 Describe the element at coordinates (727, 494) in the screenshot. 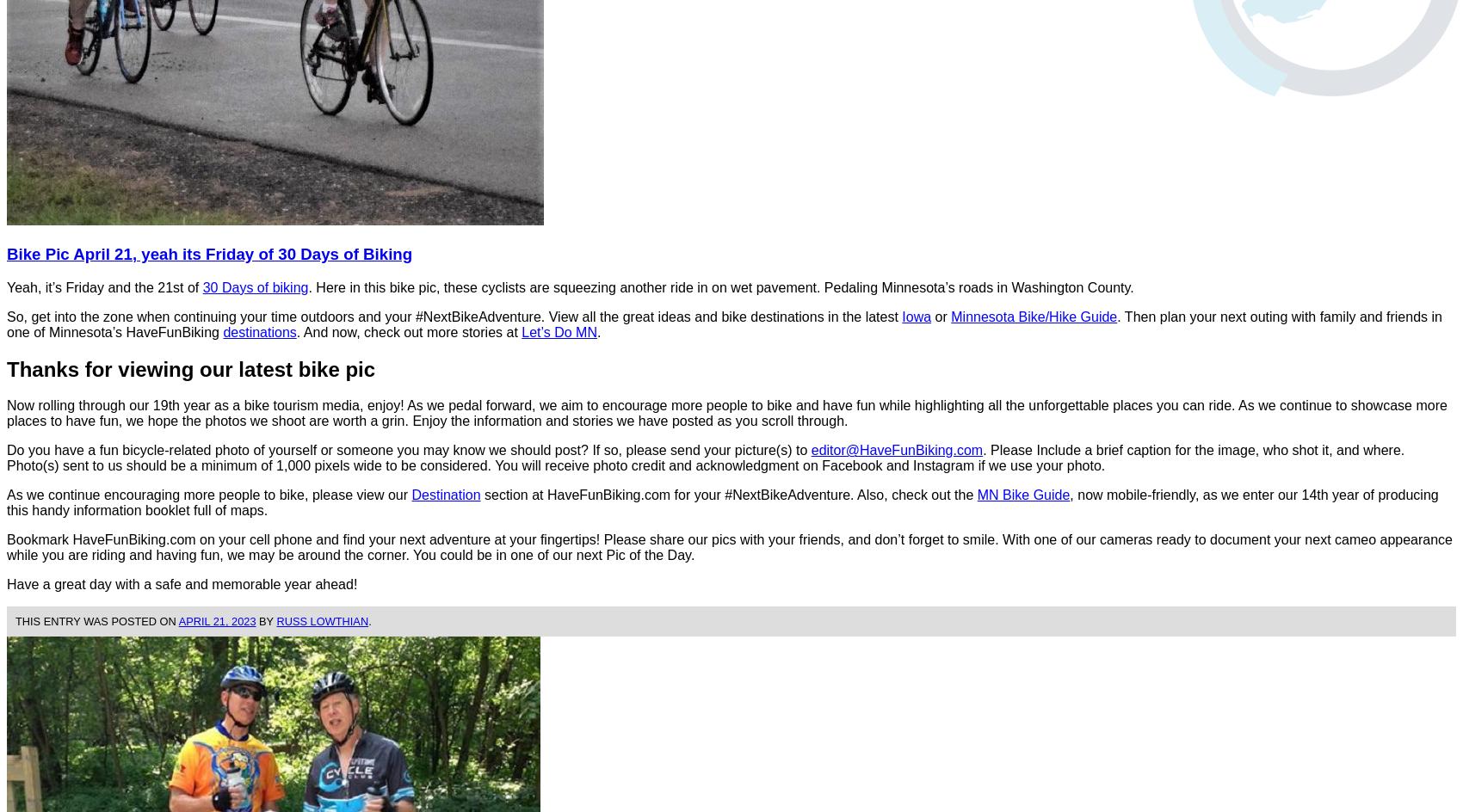

I see `'section at HaveFunBiking.com for your #NextBikeAdventure. Also, check out the'` at that location.